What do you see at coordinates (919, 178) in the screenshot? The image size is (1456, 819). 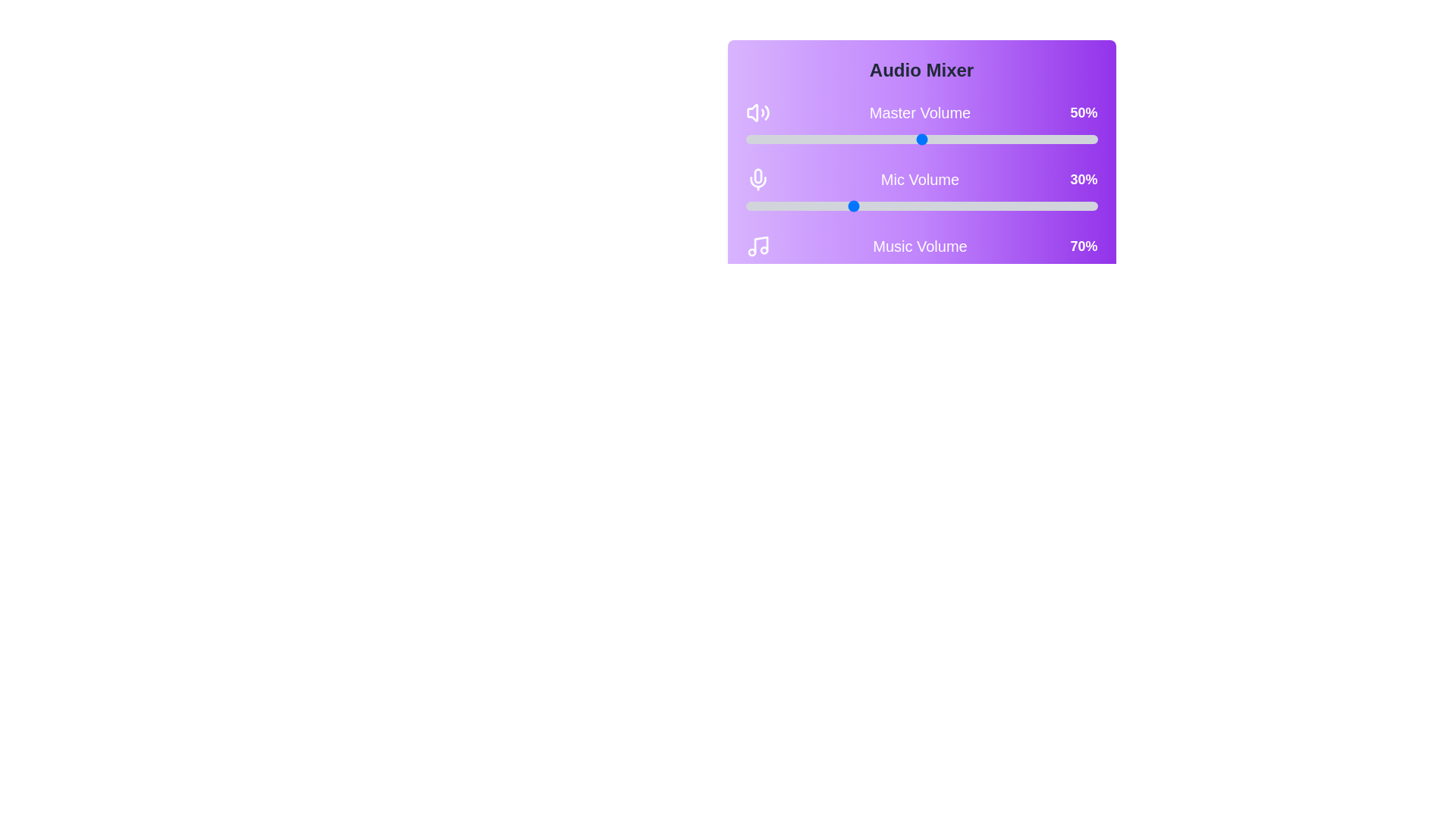 I see `the 'Mic Volume' text label, which displays in bold white font on a purple gradient background, located above the numeric label '30%' in the audio mixer UI` at bounding box center [919, 178].